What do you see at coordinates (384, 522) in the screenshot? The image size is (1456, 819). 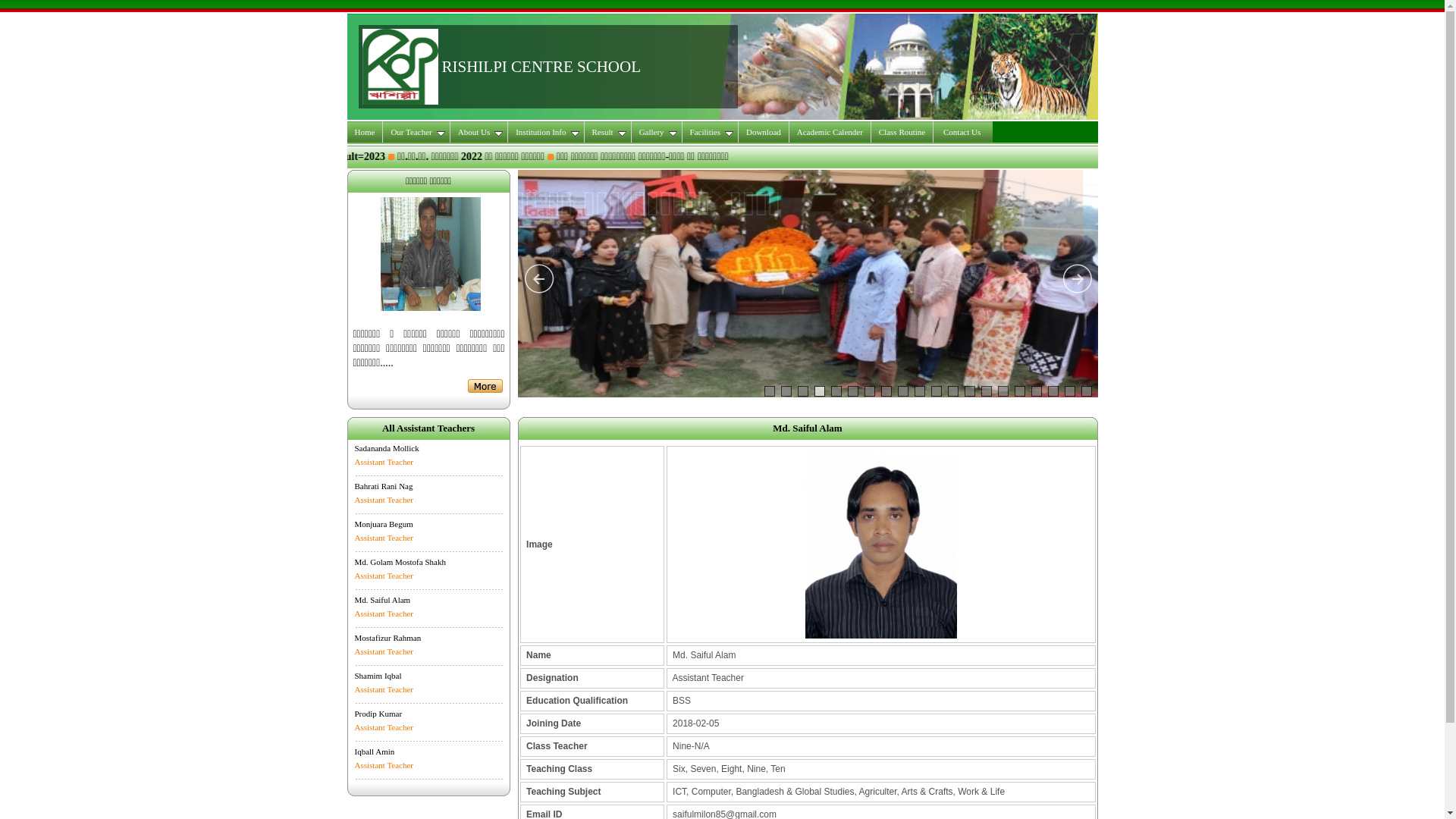 I see `'Monjuara Begum'` at bounding box center [384, 522].